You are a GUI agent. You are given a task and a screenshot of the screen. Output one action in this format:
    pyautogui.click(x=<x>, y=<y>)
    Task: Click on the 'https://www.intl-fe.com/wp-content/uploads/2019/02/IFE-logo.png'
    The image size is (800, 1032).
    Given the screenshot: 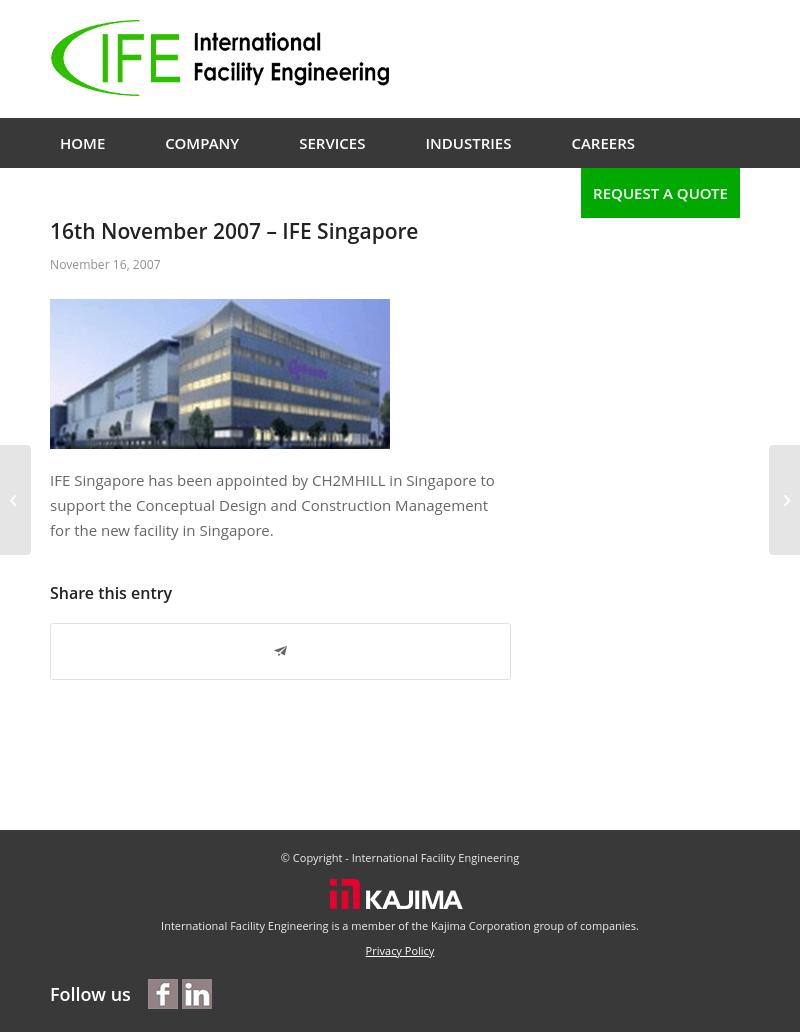 What is the action you would take?
    pyautogui.click(x=49, y=266)
    